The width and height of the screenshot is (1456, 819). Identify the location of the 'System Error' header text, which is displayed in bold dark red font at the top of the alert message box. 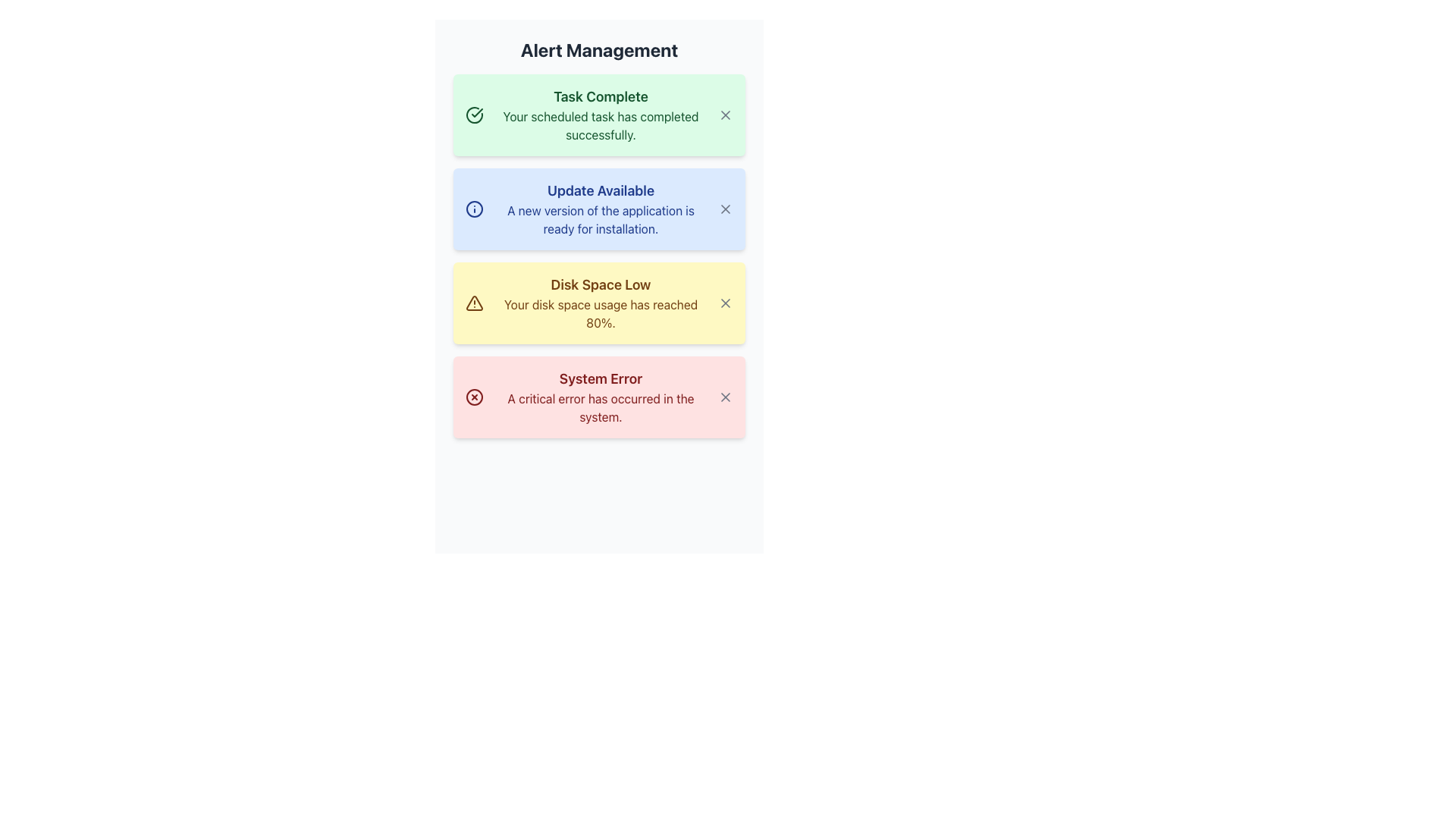
(600, 378).